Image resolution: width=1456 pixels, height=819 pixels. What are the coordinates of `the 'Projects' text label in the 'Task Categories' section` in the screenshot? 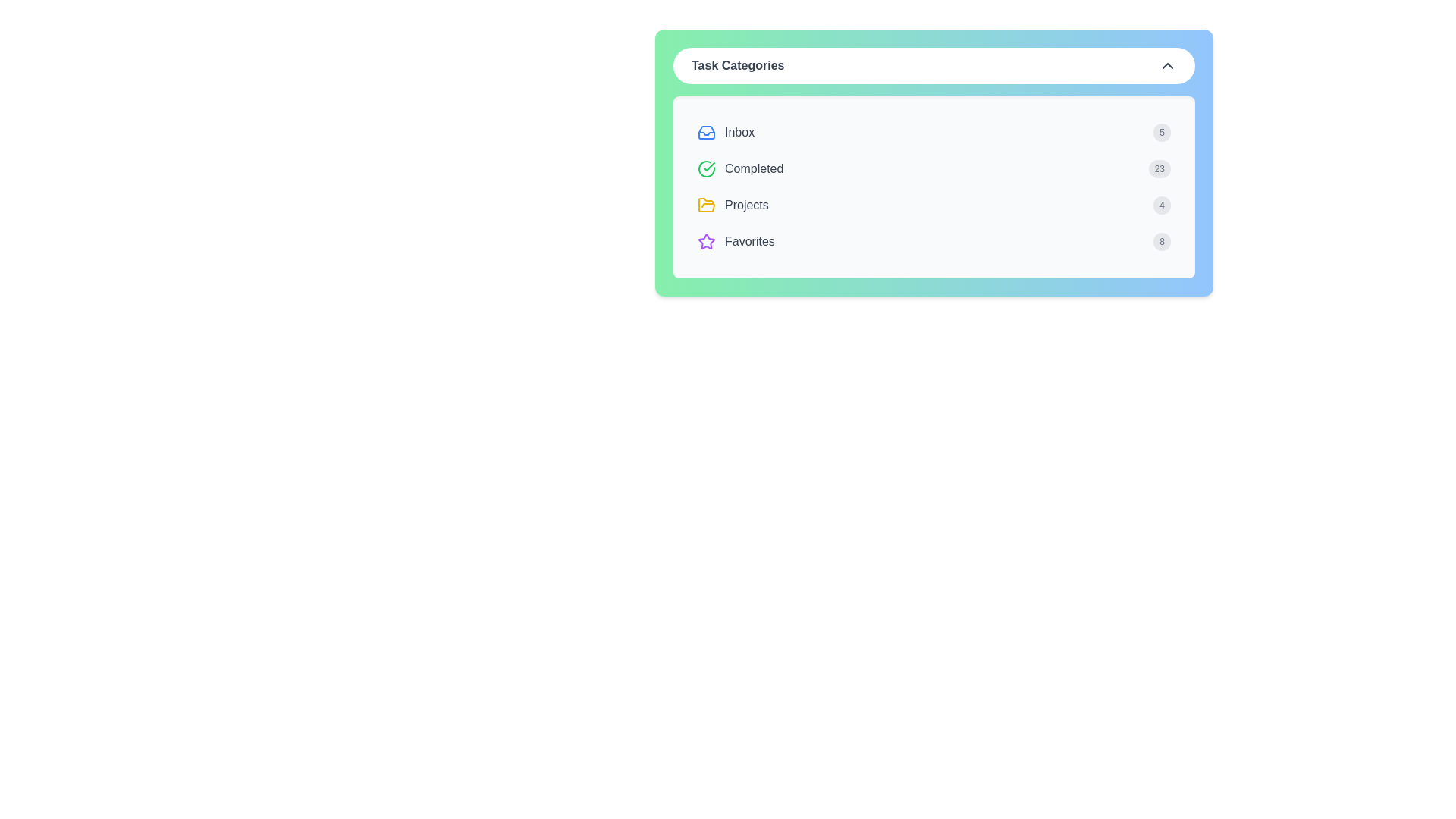 It's located at (746, 205).